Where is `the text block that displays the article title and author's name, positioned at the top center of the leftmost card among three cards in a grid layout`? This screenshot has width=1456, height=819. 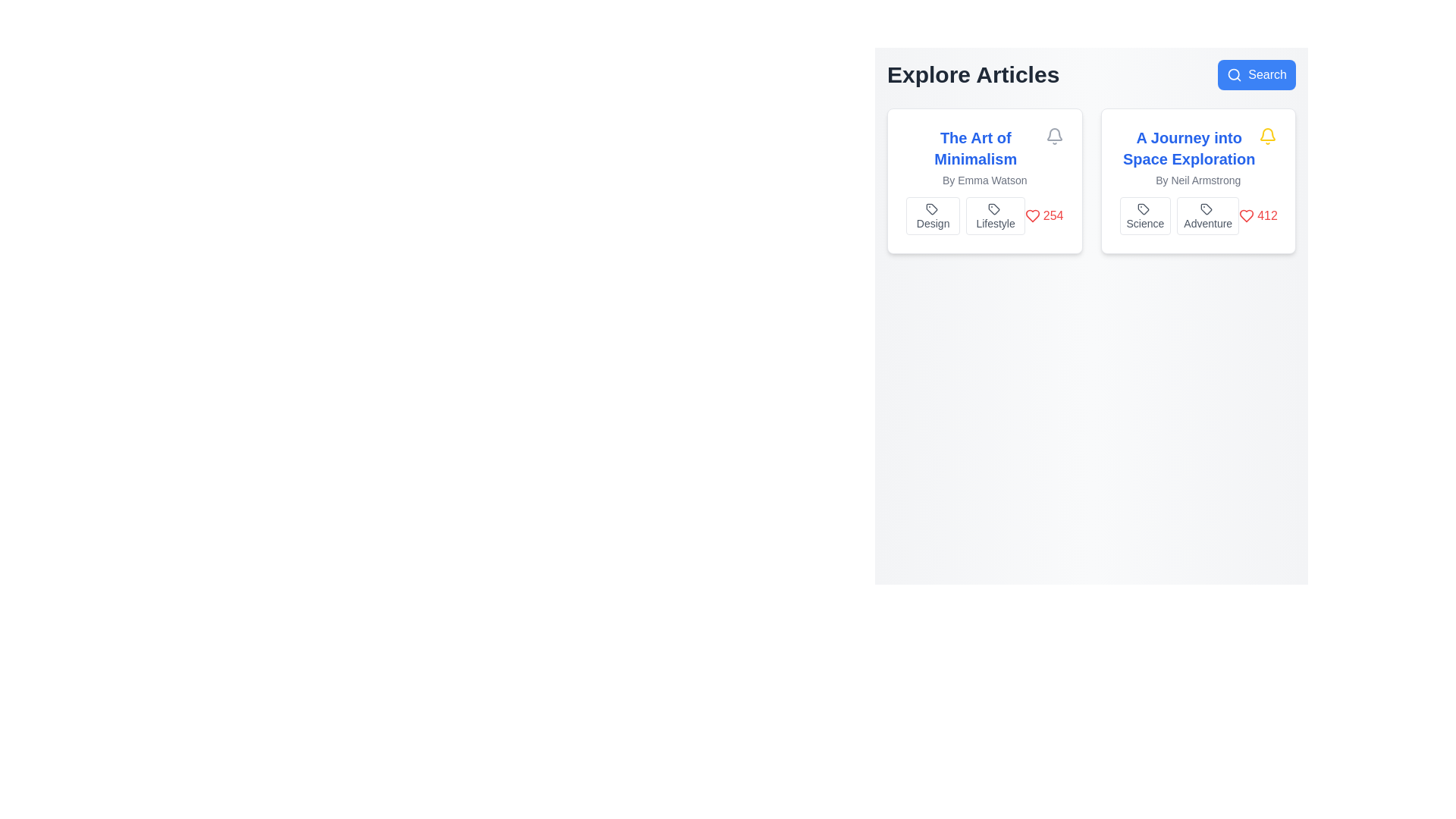
the text block that displays the article title and author's name, positioned at the top center of the leftmost card among three cards in a grid layout is located at coordinates (984, 158).